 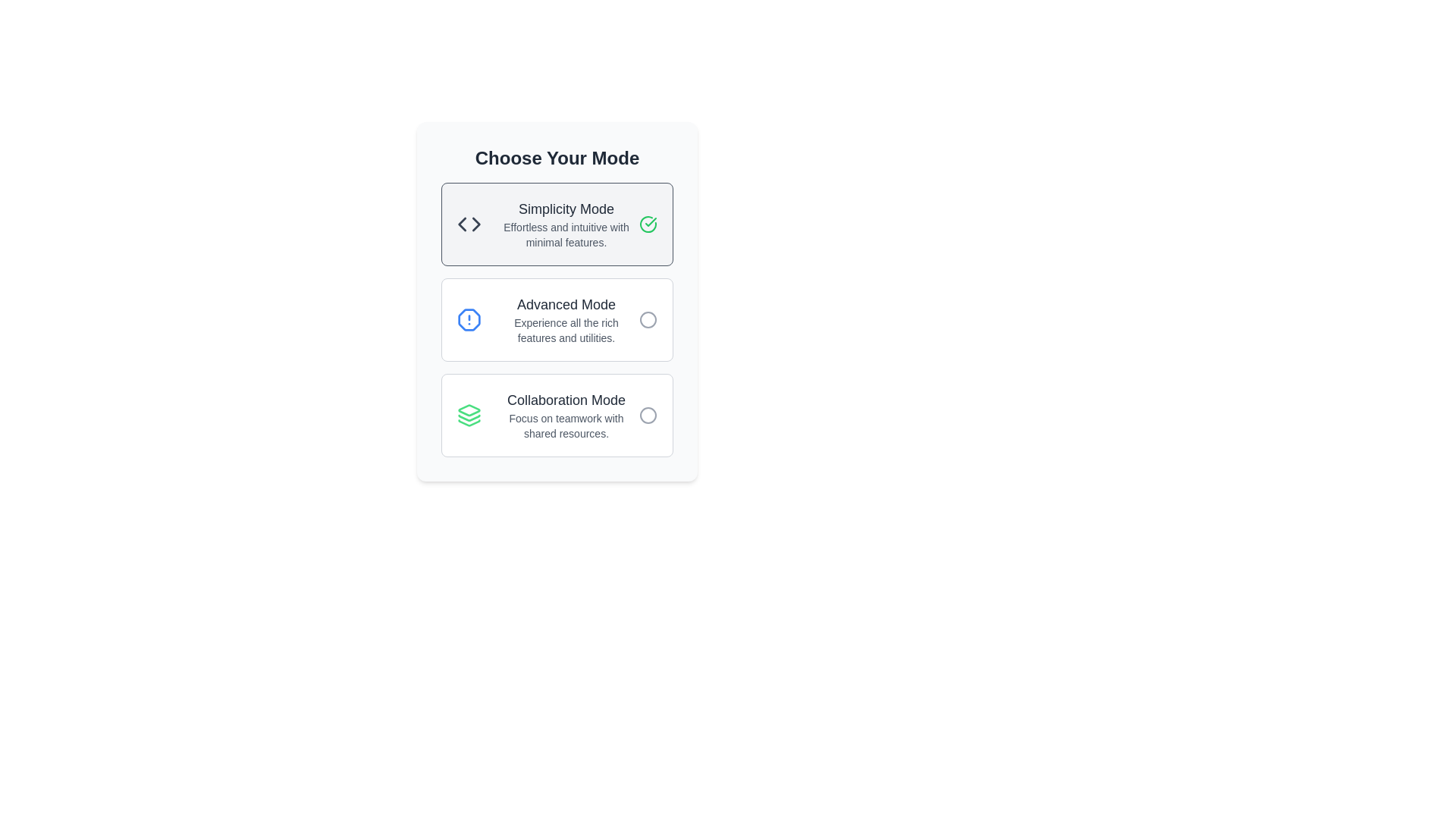 I want to click on the inner gray circle of the 'Collaboration Mode' SVG icon, which visually represents the mode option, so click(x=648, y=415).